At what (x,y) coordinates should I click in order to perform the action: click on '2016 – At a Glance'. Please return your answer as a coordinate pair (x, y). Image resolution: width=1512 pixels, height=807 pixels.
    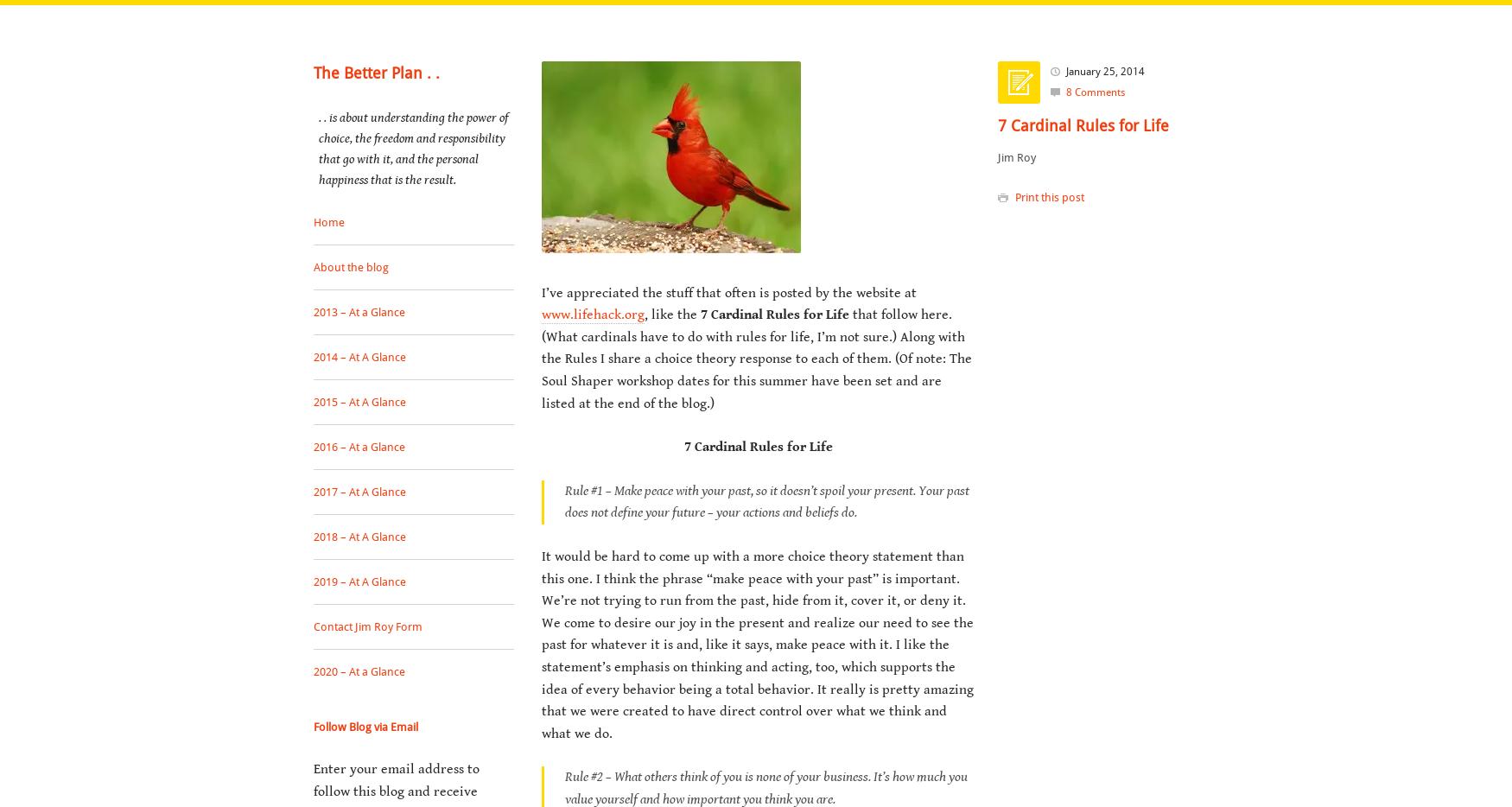
    Looking at the image, I should click on (358, 447).